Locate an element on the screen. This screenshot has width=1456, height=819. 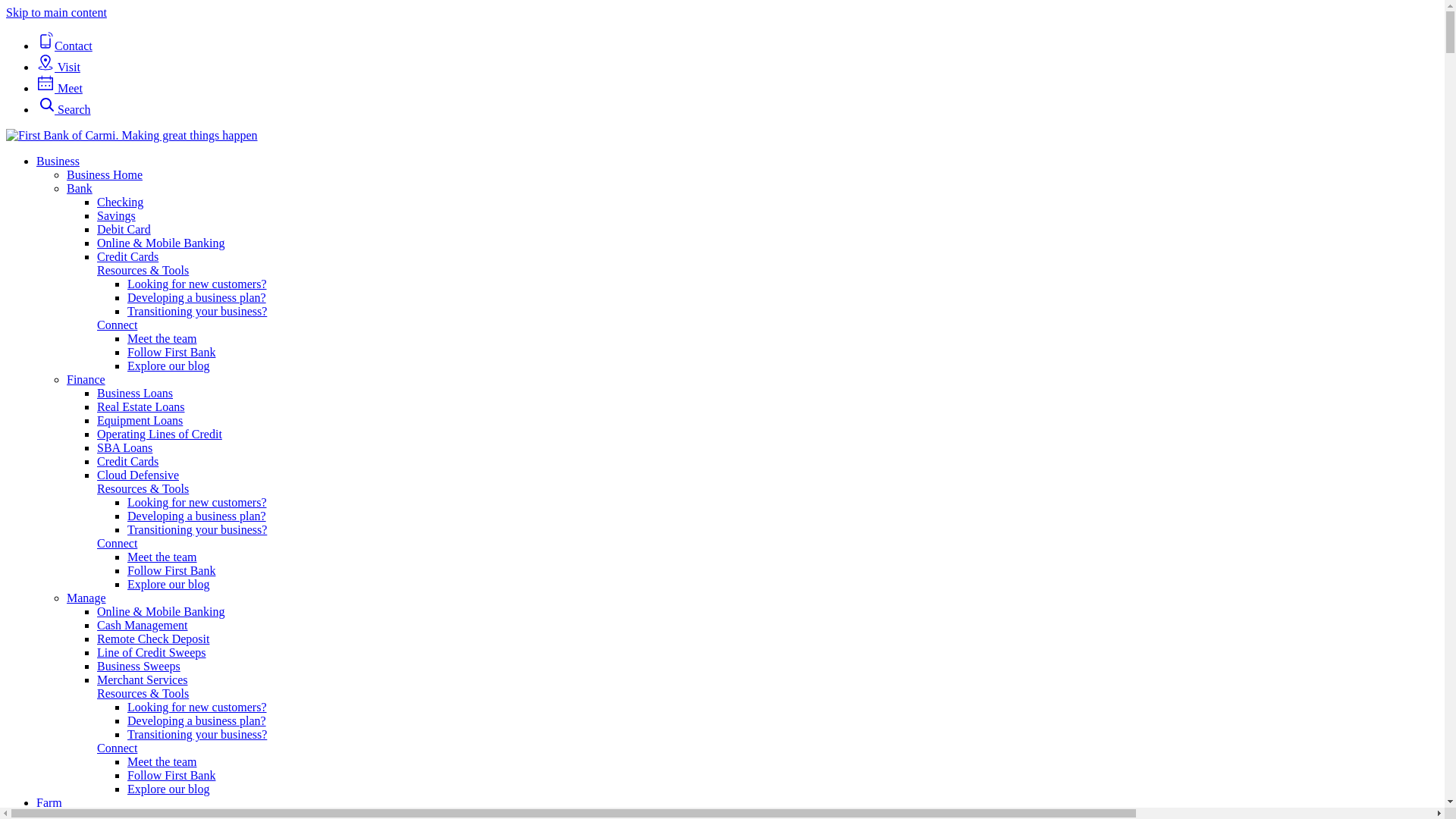
'Looking for new customers?' is located at coordinates (196, 707).